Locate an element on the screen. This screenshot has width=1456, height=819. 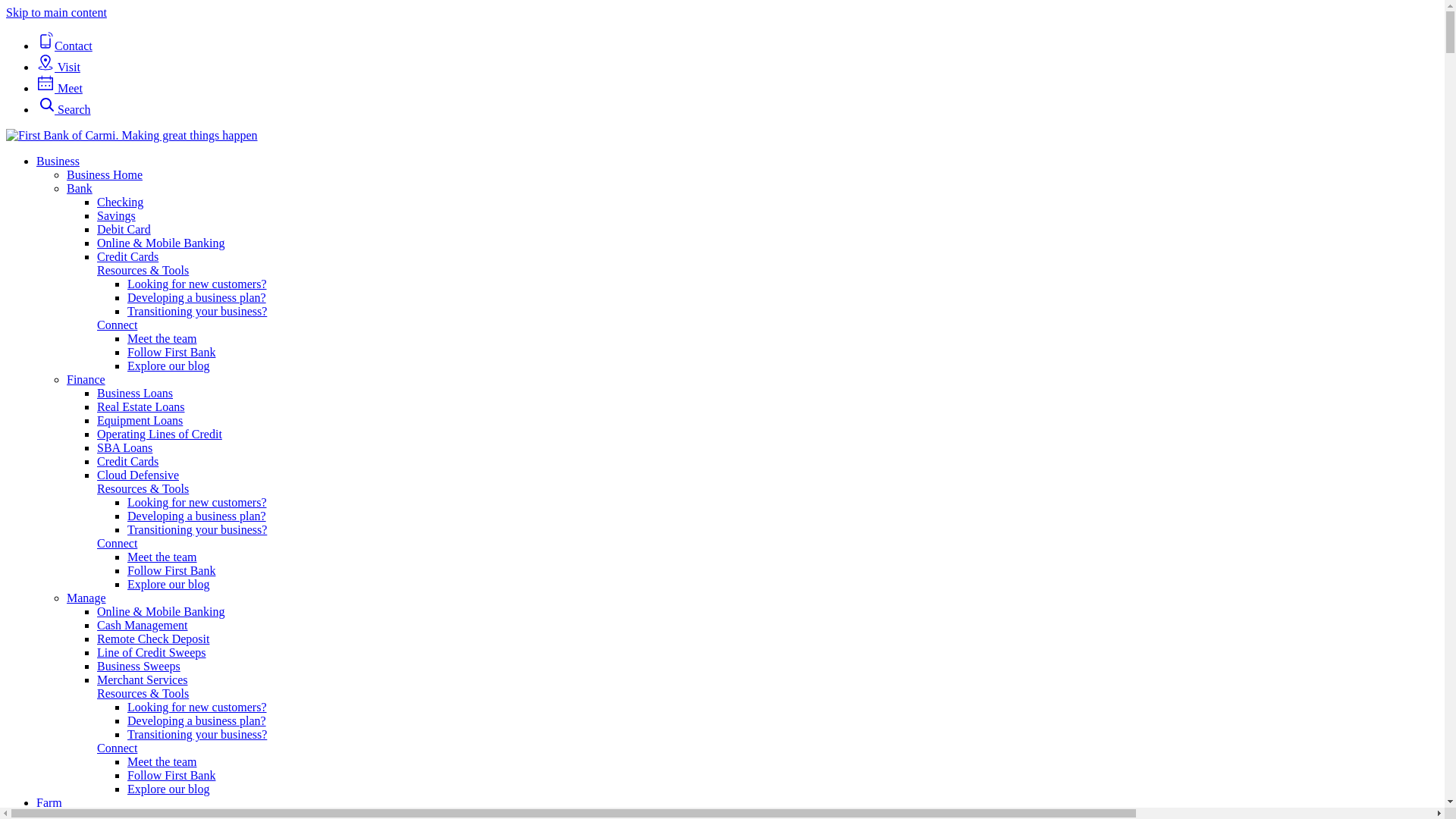
'Looking for new customers?' is located at coordinates (196, 707).